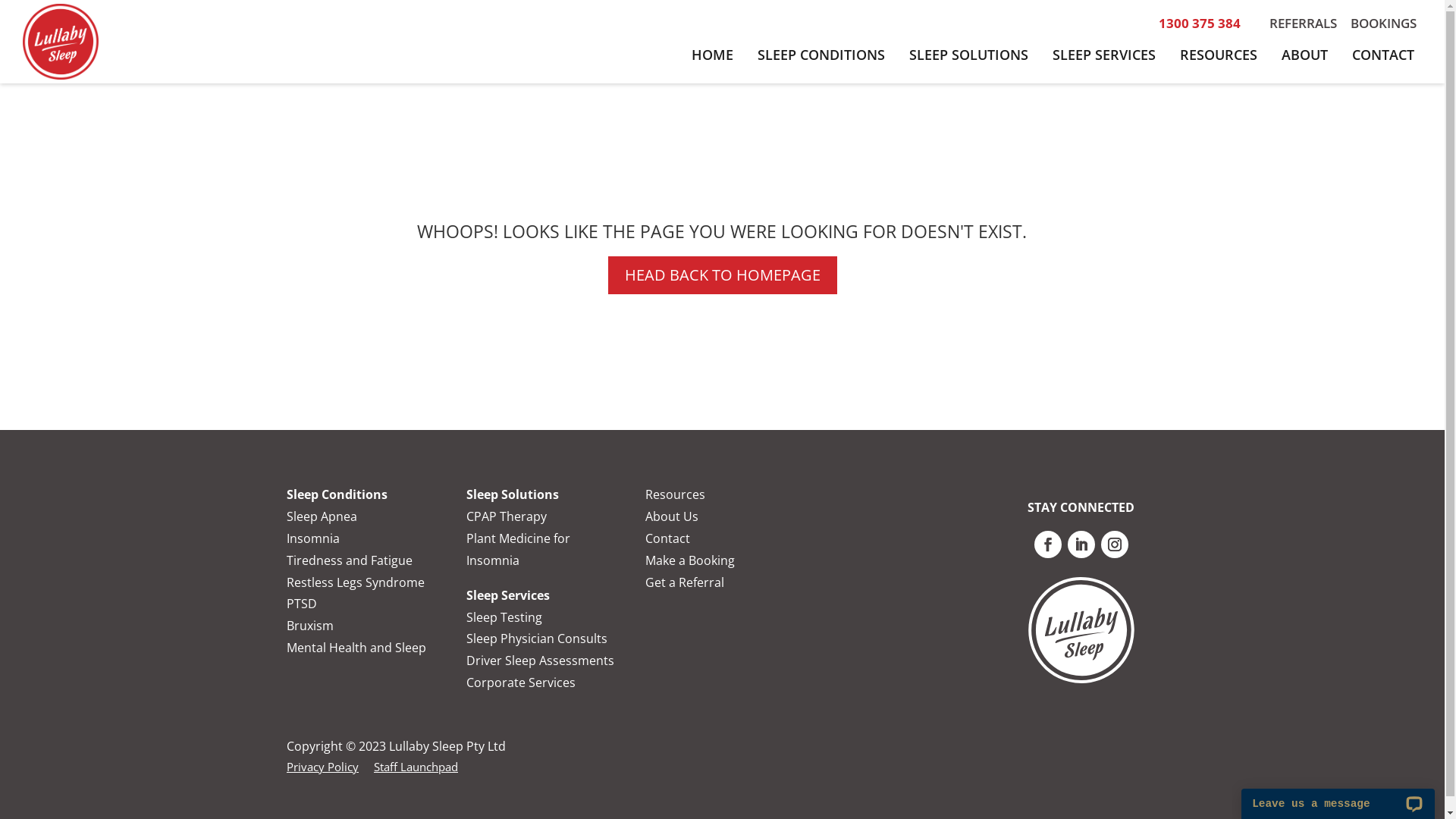  I want to click on 'HOME', so click(711, 54).